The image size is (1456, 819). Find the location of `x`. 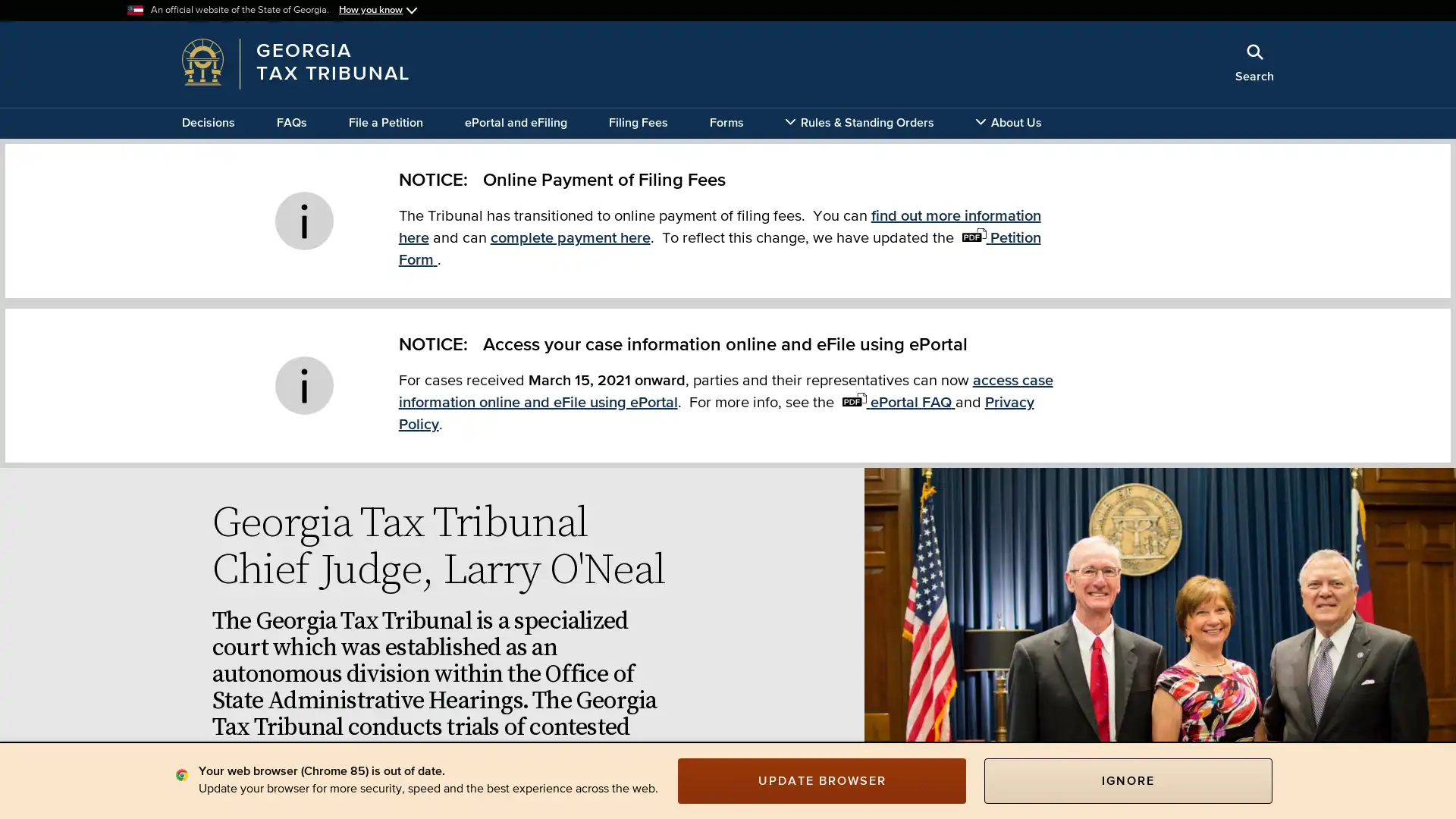

x is located at coordinates (326, 247).